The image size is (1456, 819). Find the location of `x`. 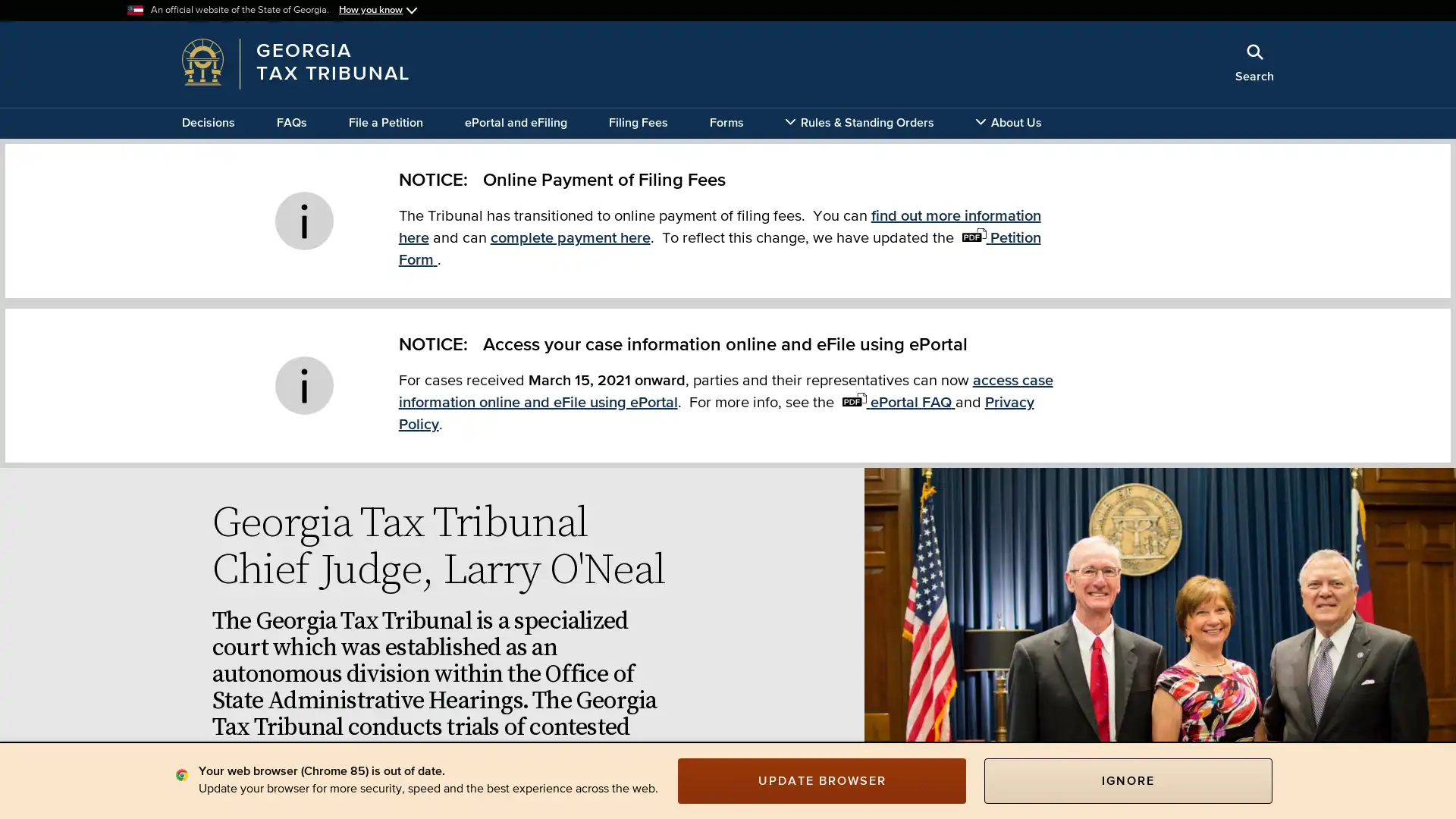

x is located at coordinates (326, 247).